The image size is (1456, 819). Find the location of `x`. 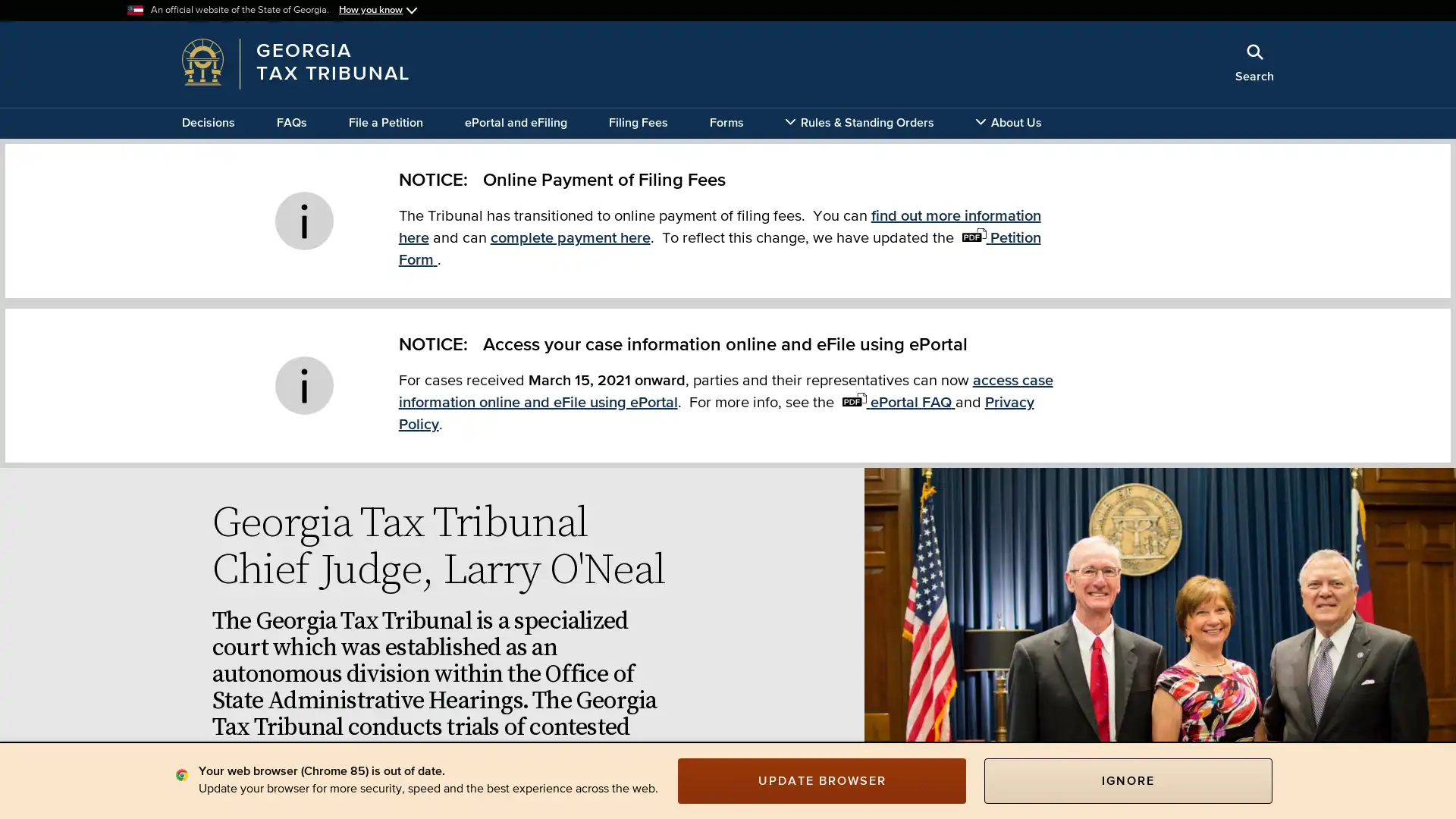

x is located at coordinates (326, 247).